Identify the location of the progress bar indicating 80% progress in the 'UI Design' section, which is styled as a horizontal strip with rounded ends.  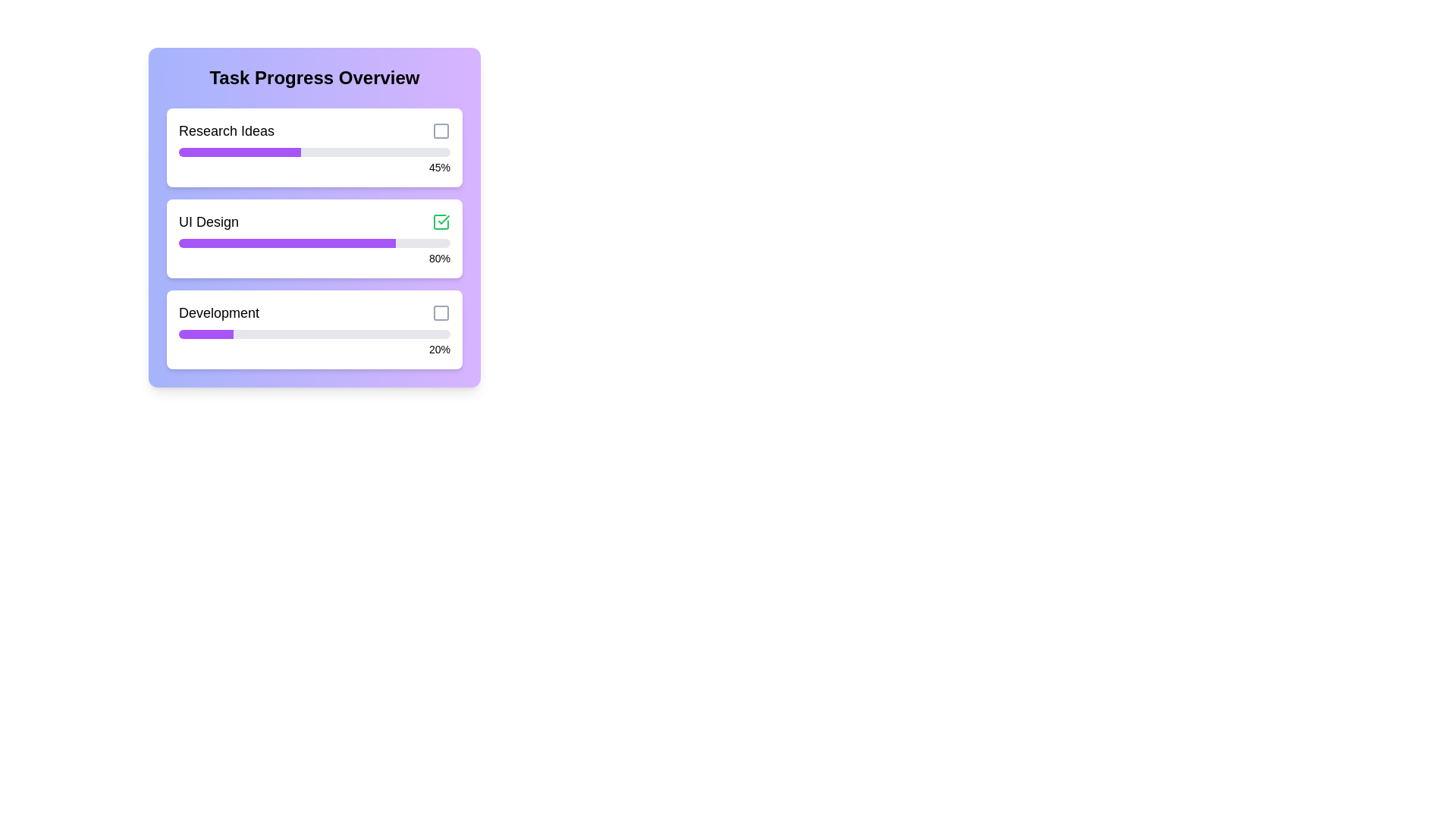
(313, 242).